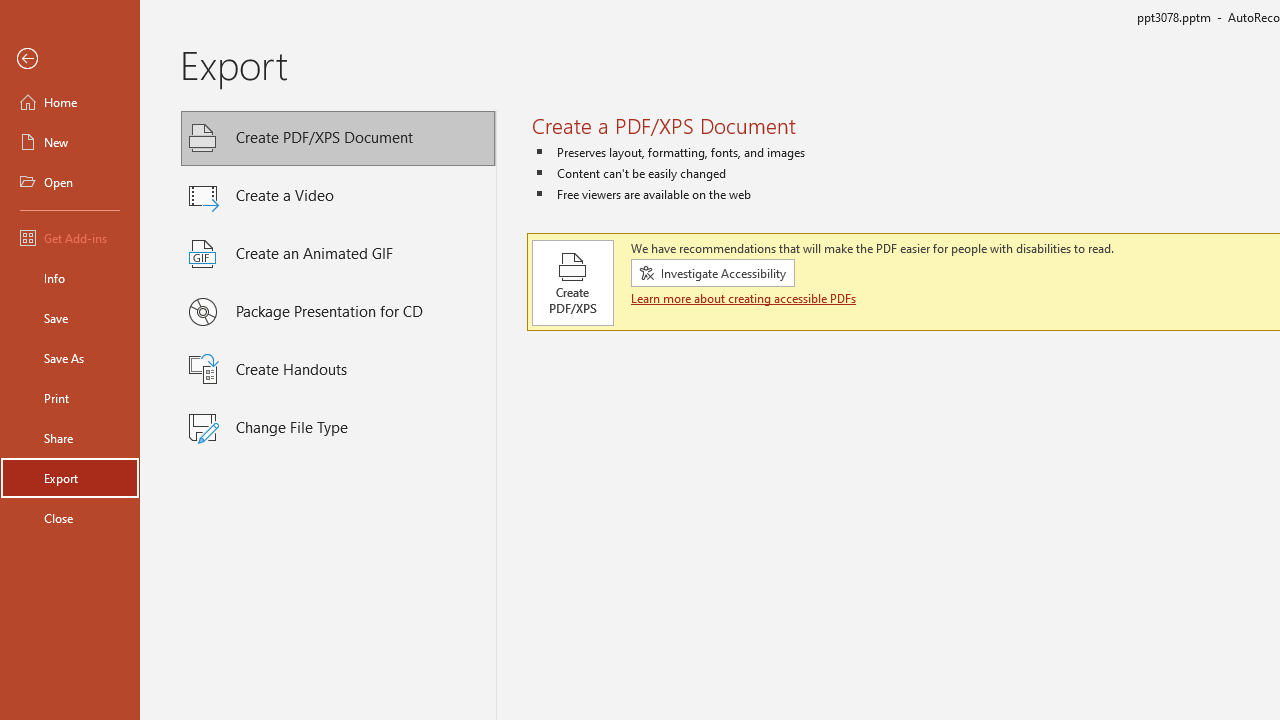 The image size is (1280, 720). What do you see at coordinates (69, 140) in the screenshot?
I see `'New'` at bounding box center [69, 140].